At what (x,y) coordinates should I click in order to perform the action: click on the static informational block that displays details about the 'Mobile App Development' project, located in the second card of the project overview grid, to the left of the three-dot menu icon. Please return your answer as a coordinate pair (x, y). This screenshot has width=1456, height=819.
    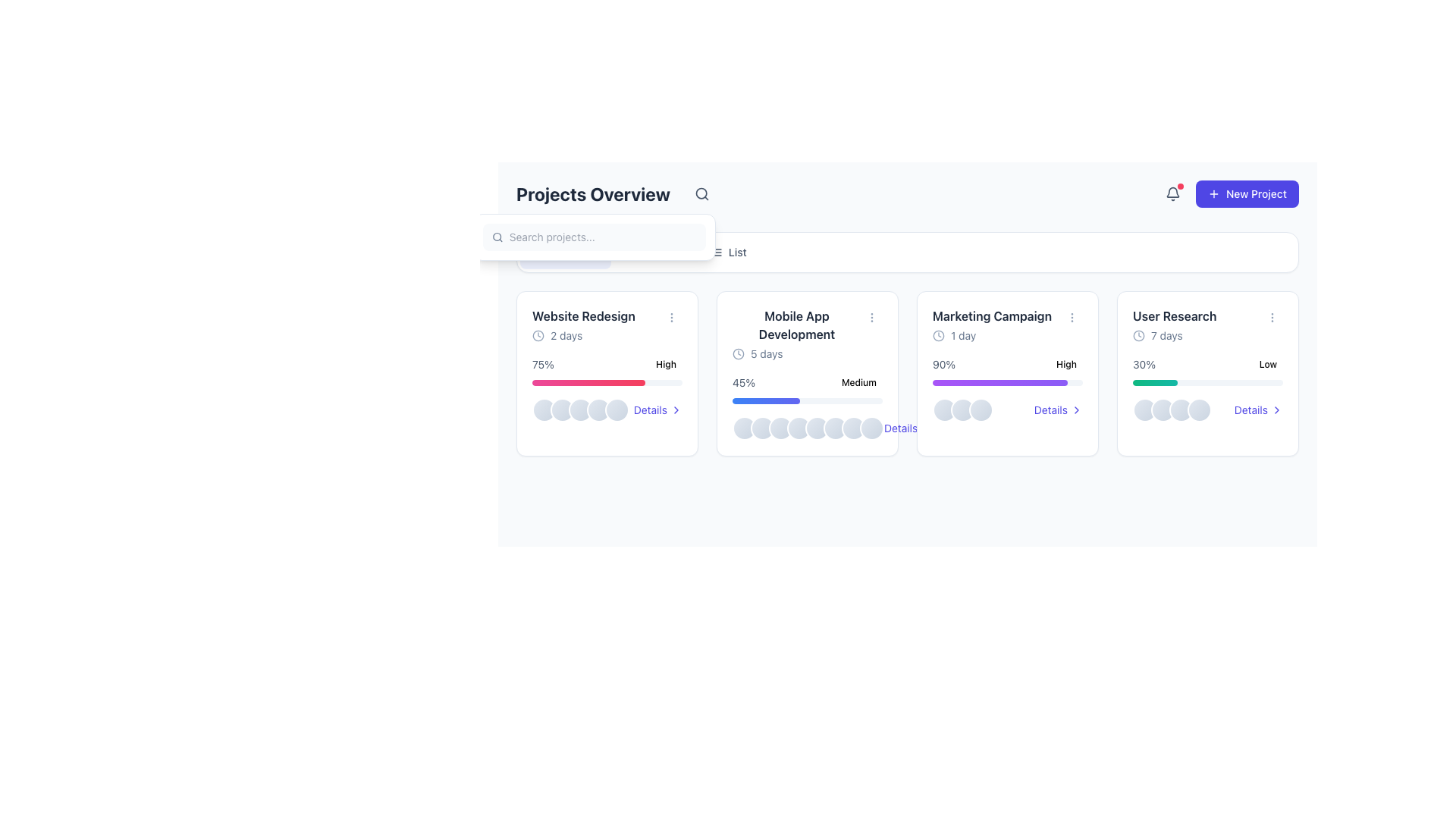
    Looking at the image, I should click on (807, 333).